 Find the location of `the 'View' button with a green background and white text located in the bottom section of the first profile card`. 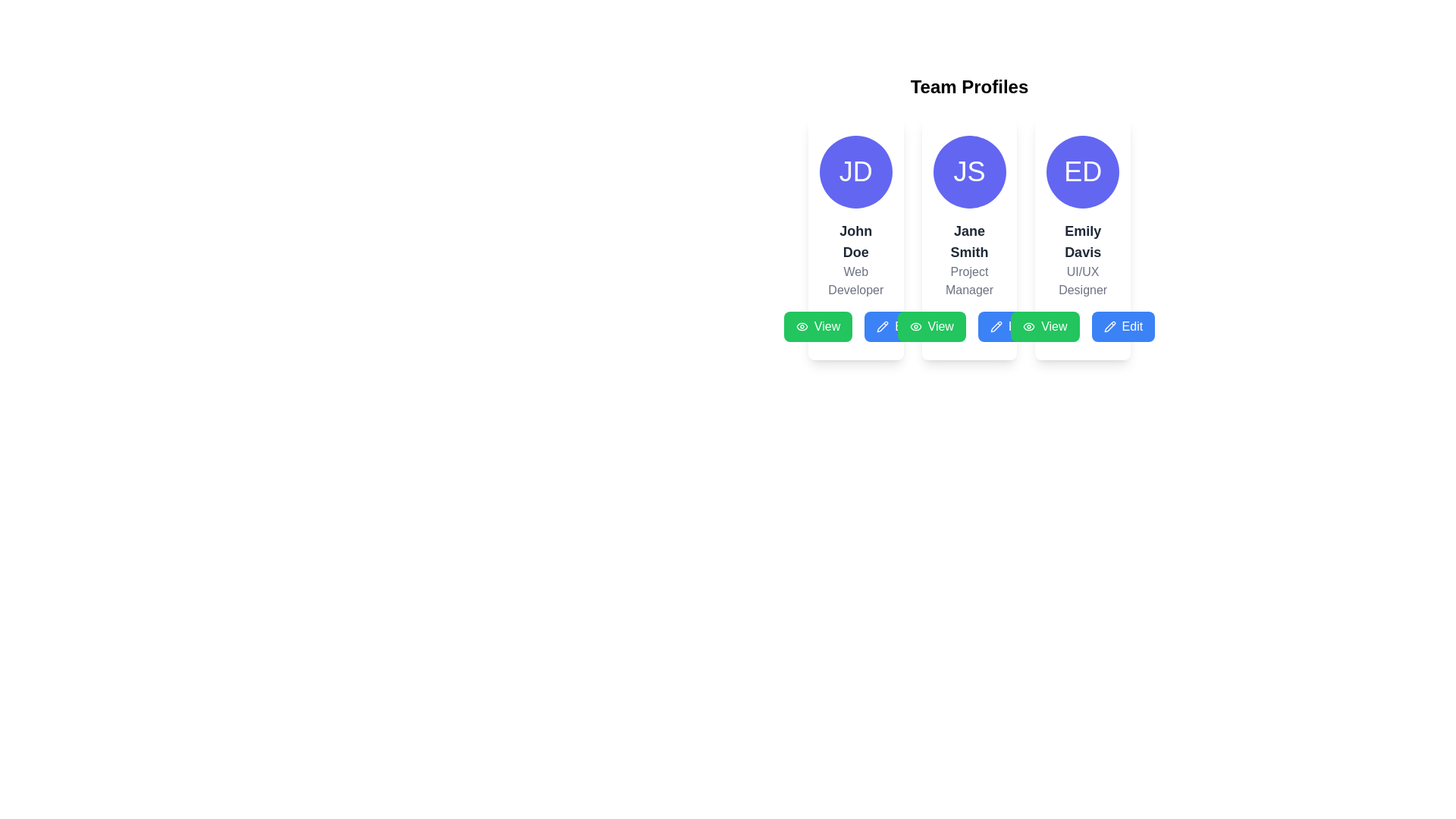

the 'View' button with a green background and white text located in the bottom section of the first profile card is located at coordinates (827, 326).